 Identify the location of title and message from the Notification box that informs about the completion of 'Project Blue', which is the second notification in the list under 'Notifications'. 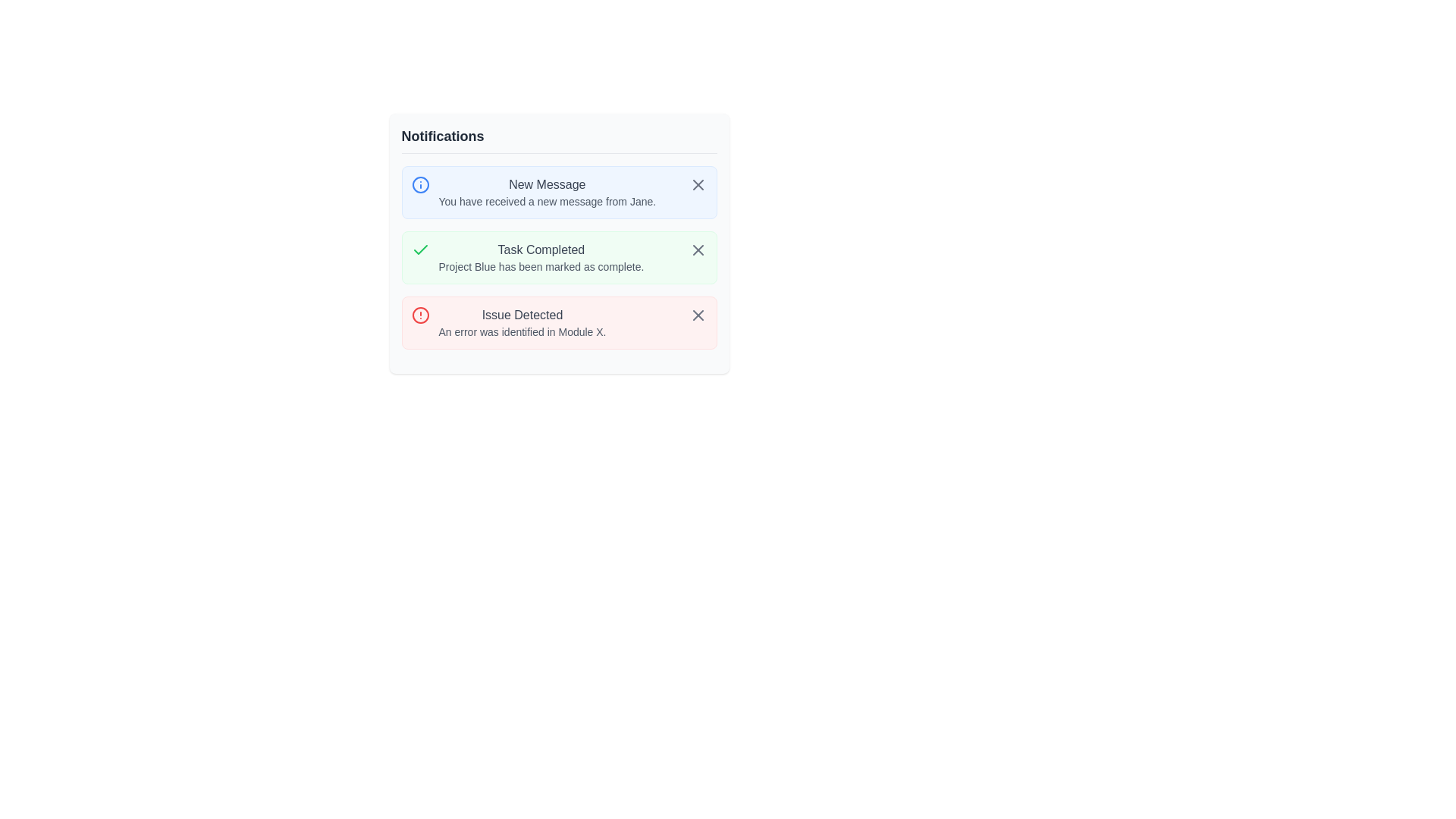
(558, 256).